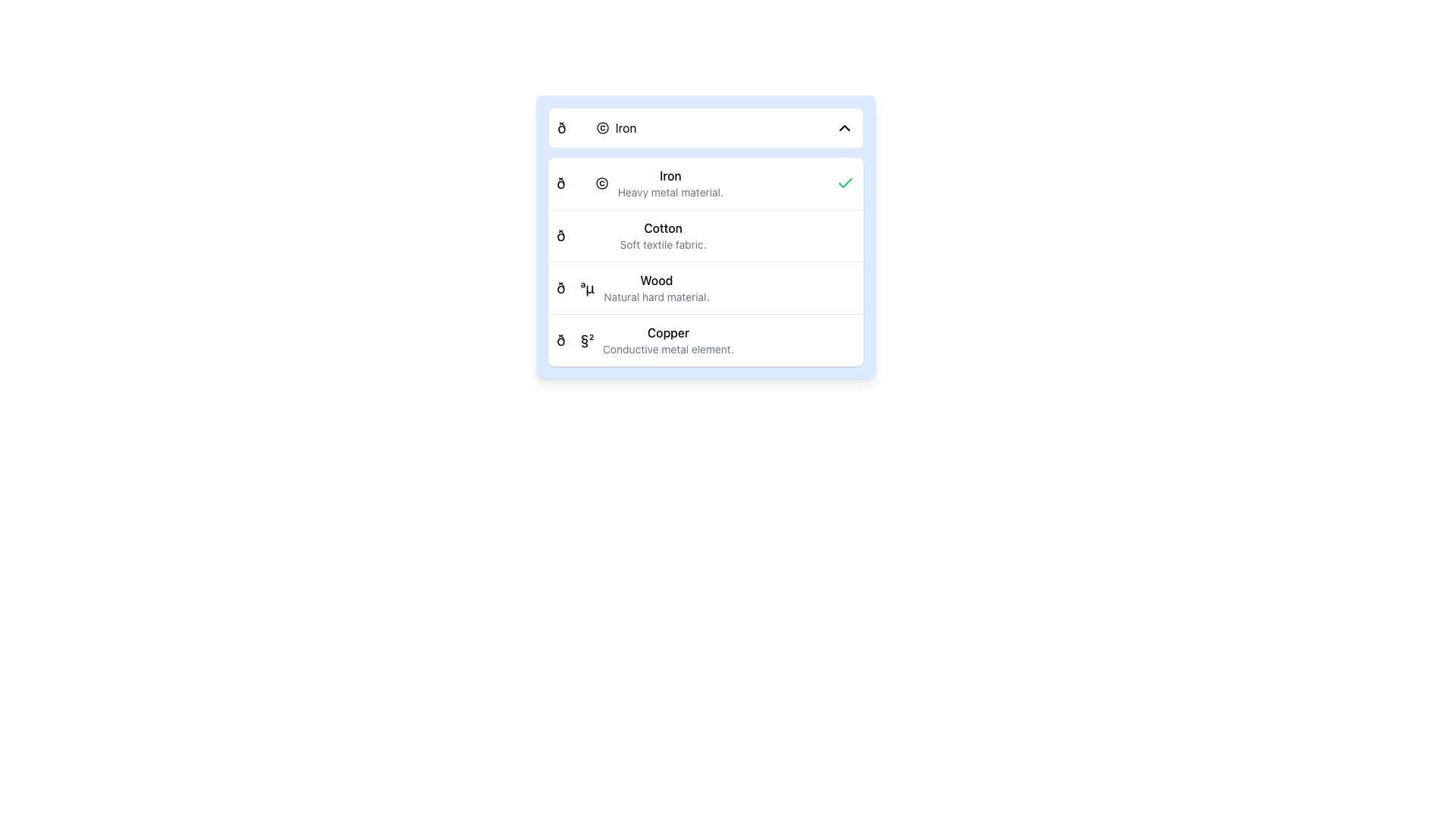 This screenshot has width=1456, height=819. I want to click on the descriptive text element positioned directly below the list item 'Cotton', so click(663, 244).